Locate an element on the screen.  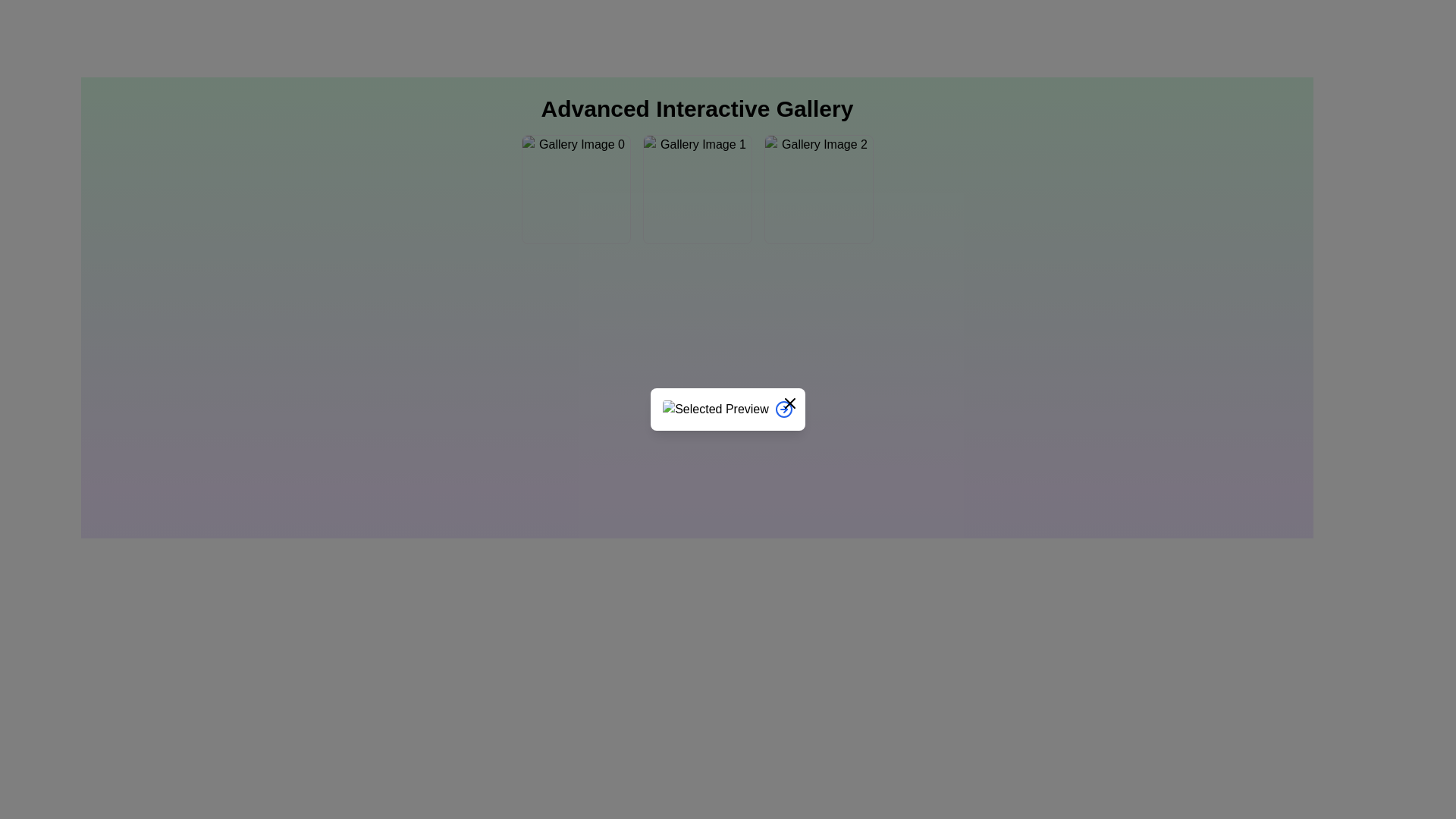
the thumbnail image labeled 'Gallery Image 1' to enlarge the image is located at coordinates (696, 189).